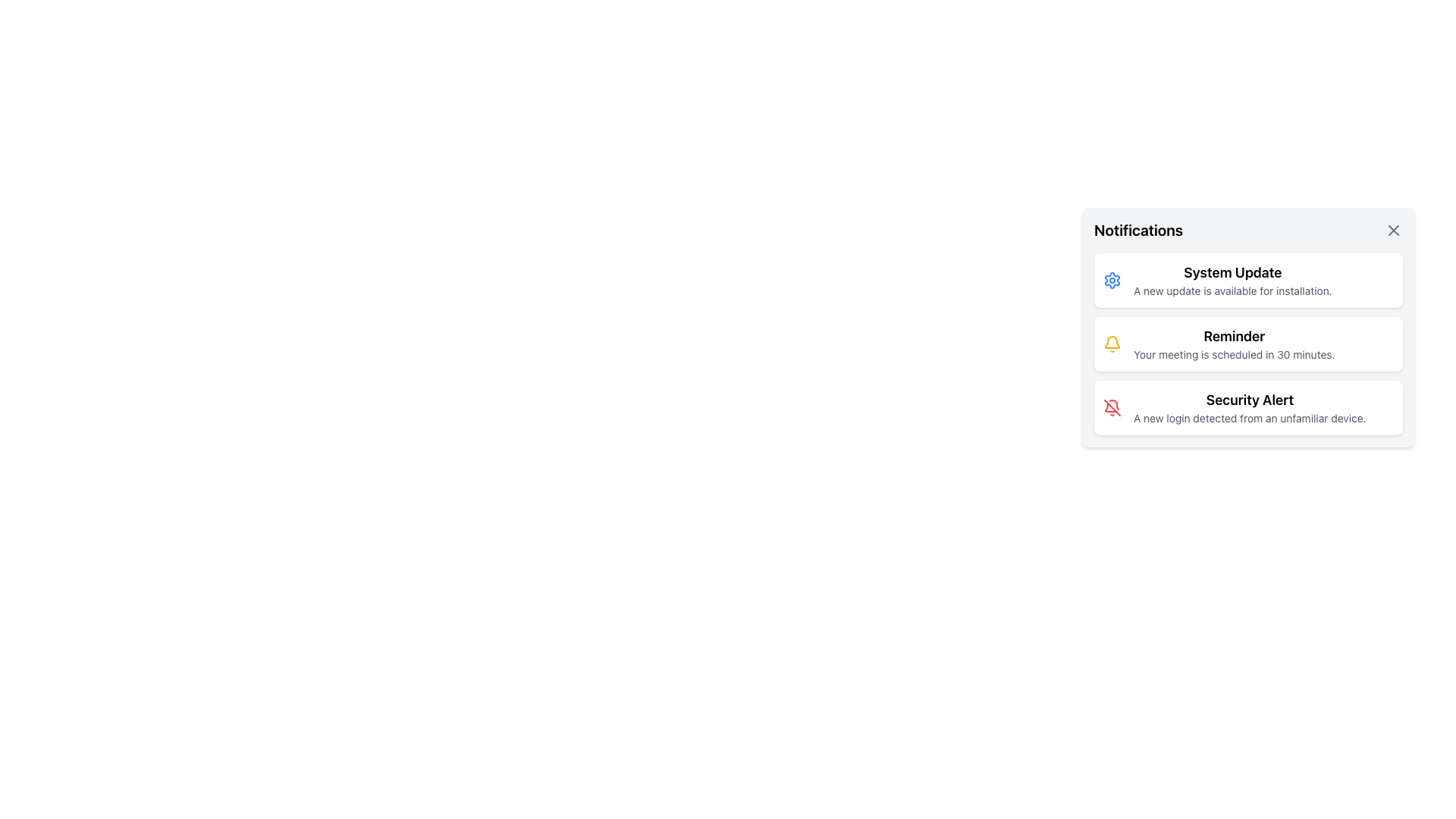 This screenshot has height=819, width=1456. I want to click on the yellow bell icon located to the left of the text 'Reminder Your meeting is scheduled in 30 minutes' within the second notification card of the notification list, so click(1112, 344).